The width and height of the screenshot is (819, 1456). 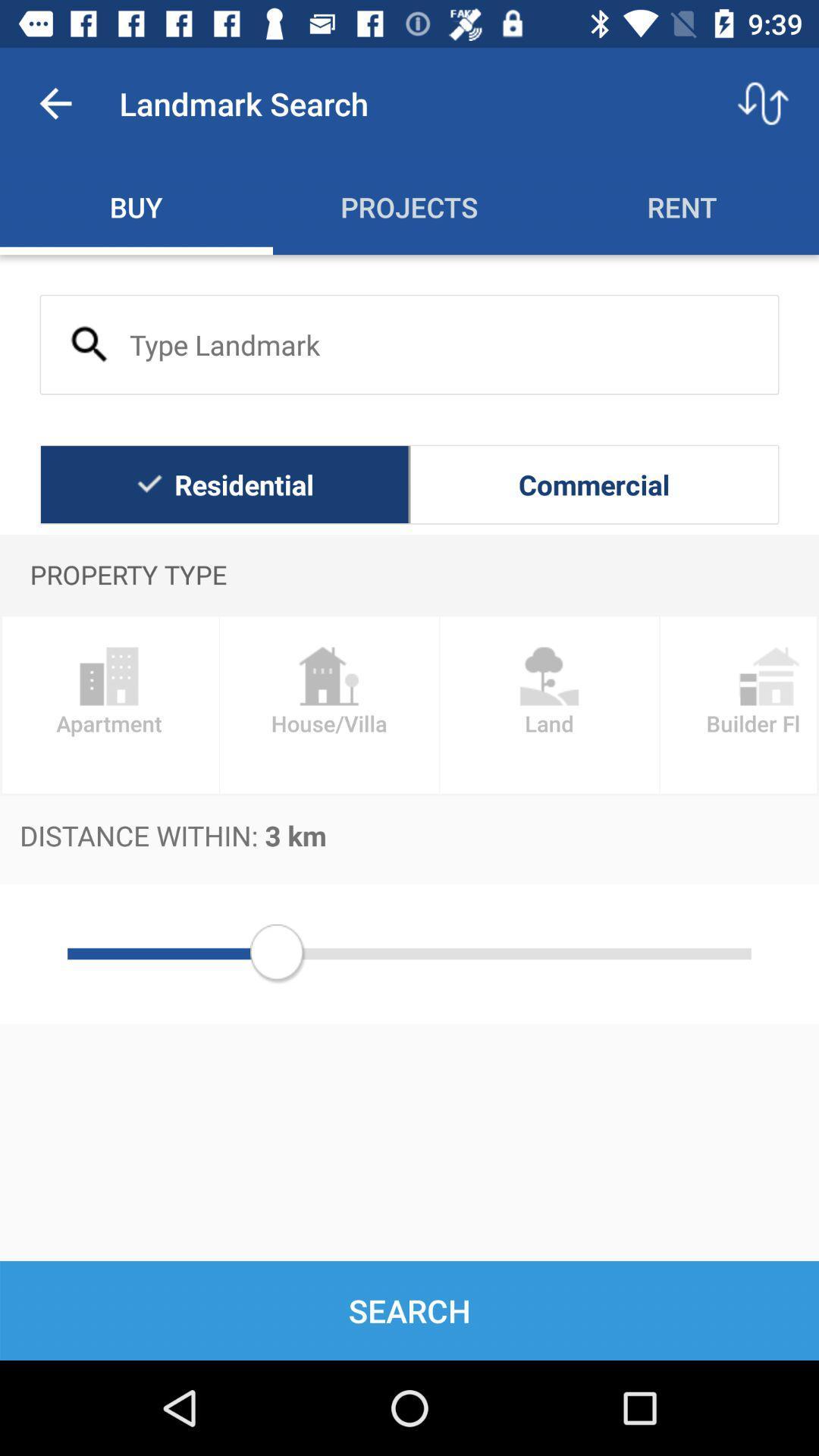 I want to click on the item above the distance within 3 item, so click(x=739, y=704).